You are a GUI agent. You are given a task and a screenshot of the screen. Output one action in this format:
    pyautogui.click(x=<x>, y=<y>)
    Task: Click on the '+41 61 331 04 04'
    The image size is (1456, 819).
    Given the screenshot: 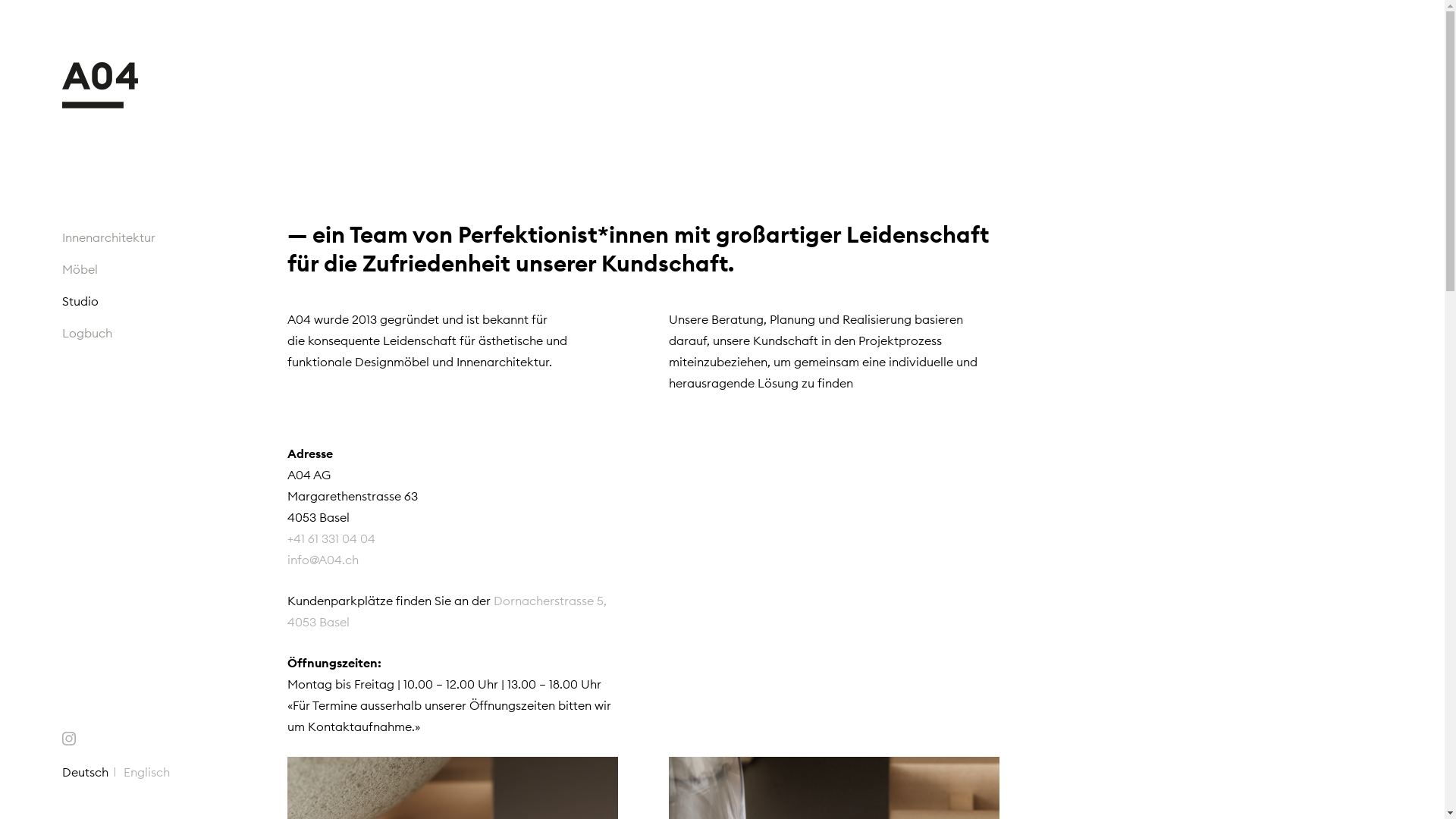 What is the action you would take?
    pyautogui.click(x=330, y=549)
    